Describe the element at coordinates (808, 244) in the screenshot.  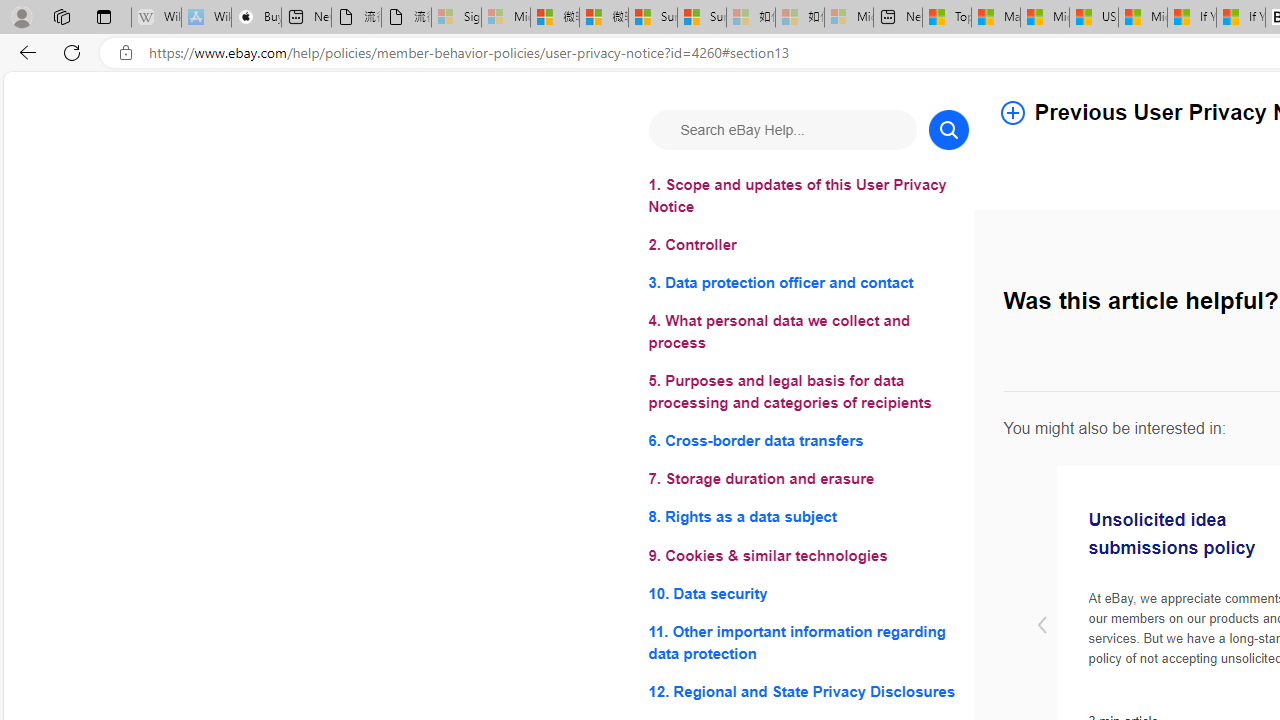
I see `'2. Controller'` at that location.